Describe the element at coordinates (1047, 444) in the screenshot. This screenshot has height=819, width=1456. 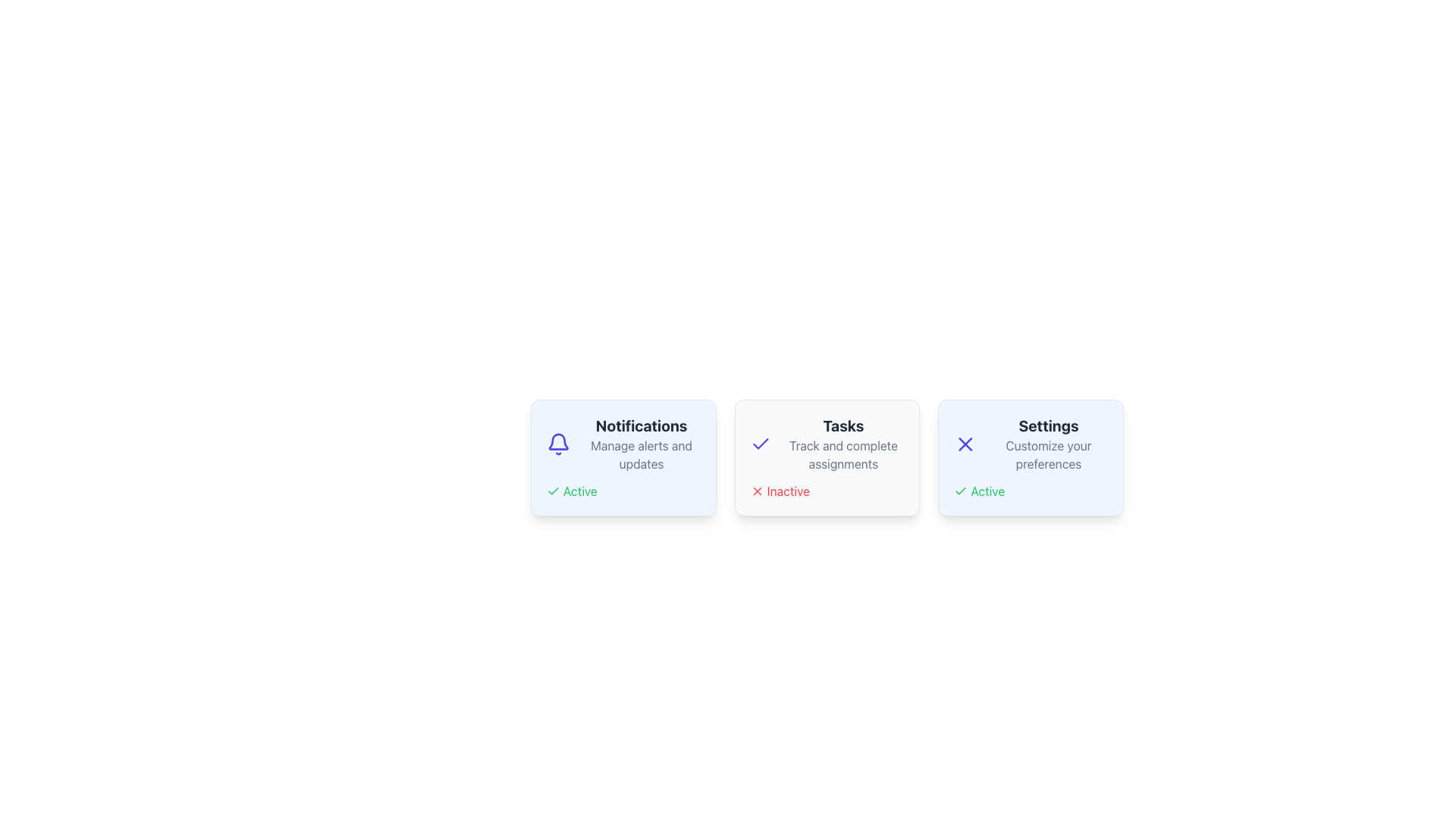
I see `title and description of the 'Settings' section text block located in the third card of a horizontal sequence, positioned towards the right side of the interface` at that location.